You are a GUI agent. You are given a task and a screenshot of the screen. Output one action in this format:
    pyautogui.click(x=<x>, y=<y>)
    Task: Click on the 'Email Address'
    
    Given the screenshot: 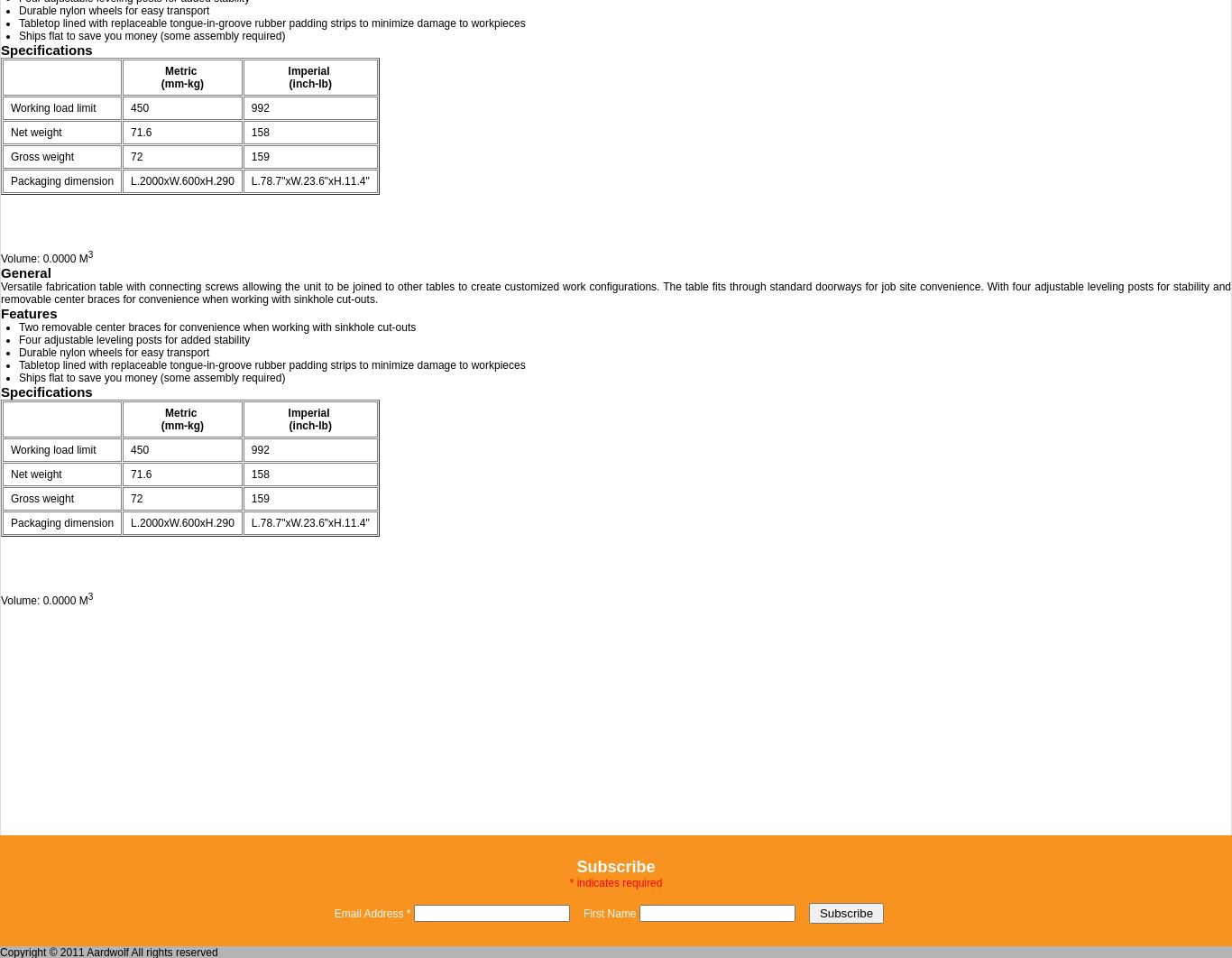 What is the action you would take?
    pyautogui.click(x=368, y=913)
    